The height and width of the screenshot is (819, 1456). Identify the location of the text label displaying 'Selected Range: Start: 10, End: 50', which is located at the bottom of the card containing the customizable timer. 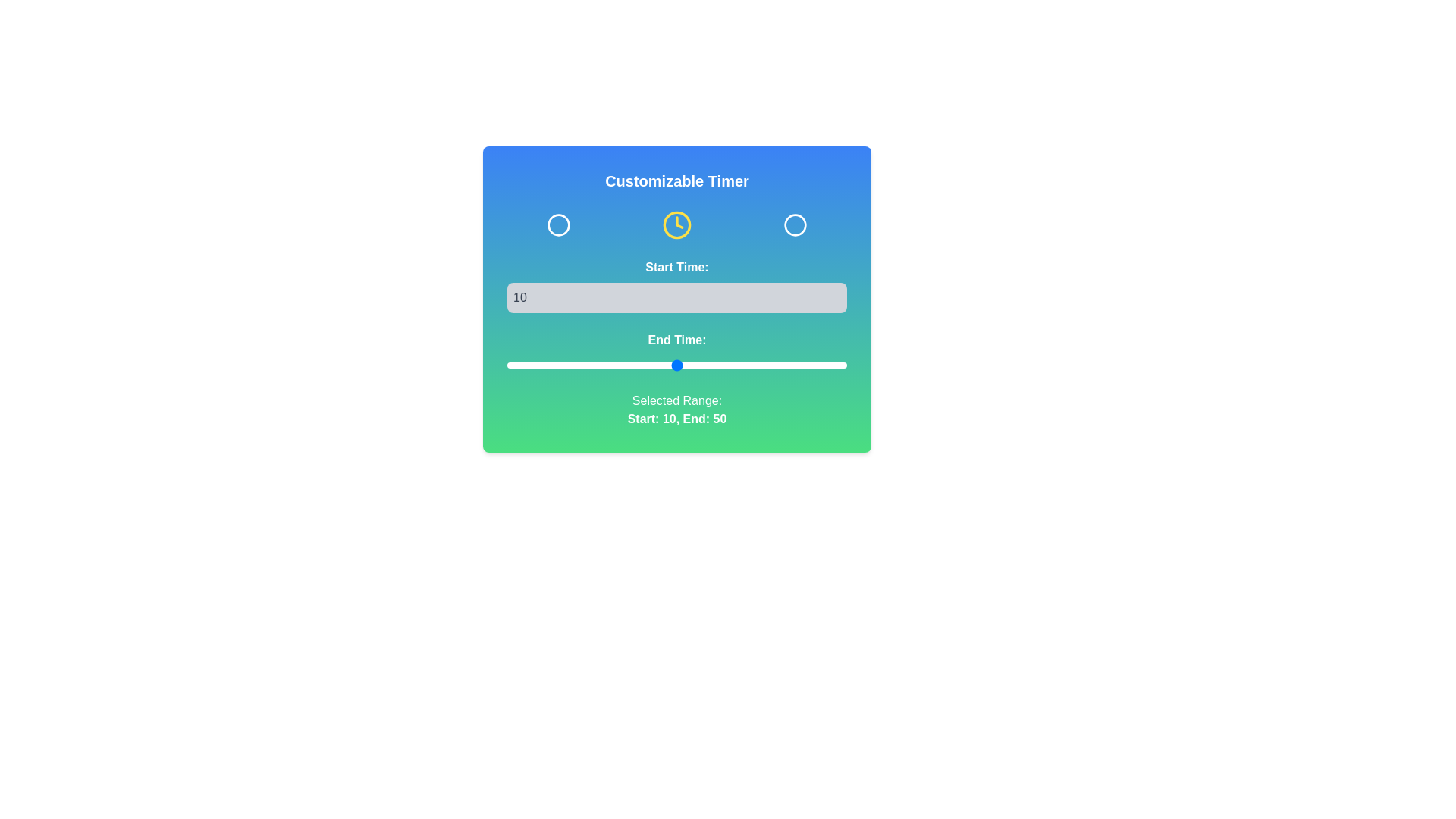
(676, 409).